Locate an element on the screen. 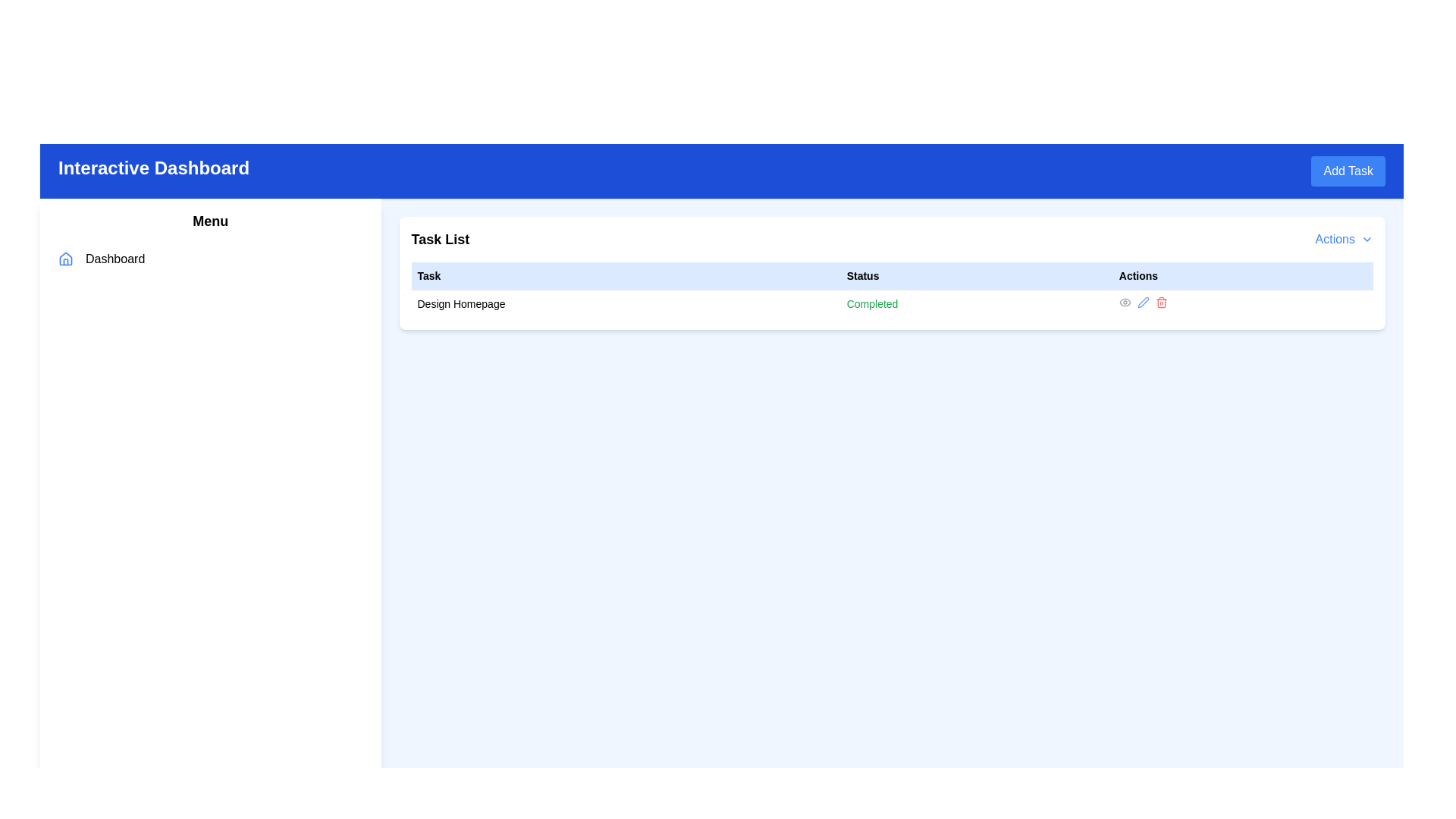 This screenshot has width=1456, height=819. the 'Add Task' button, which is a bold blue rectangular button with rounded corners located in the top-right corner of the blue header bar is located at coordinates (1348, 171).